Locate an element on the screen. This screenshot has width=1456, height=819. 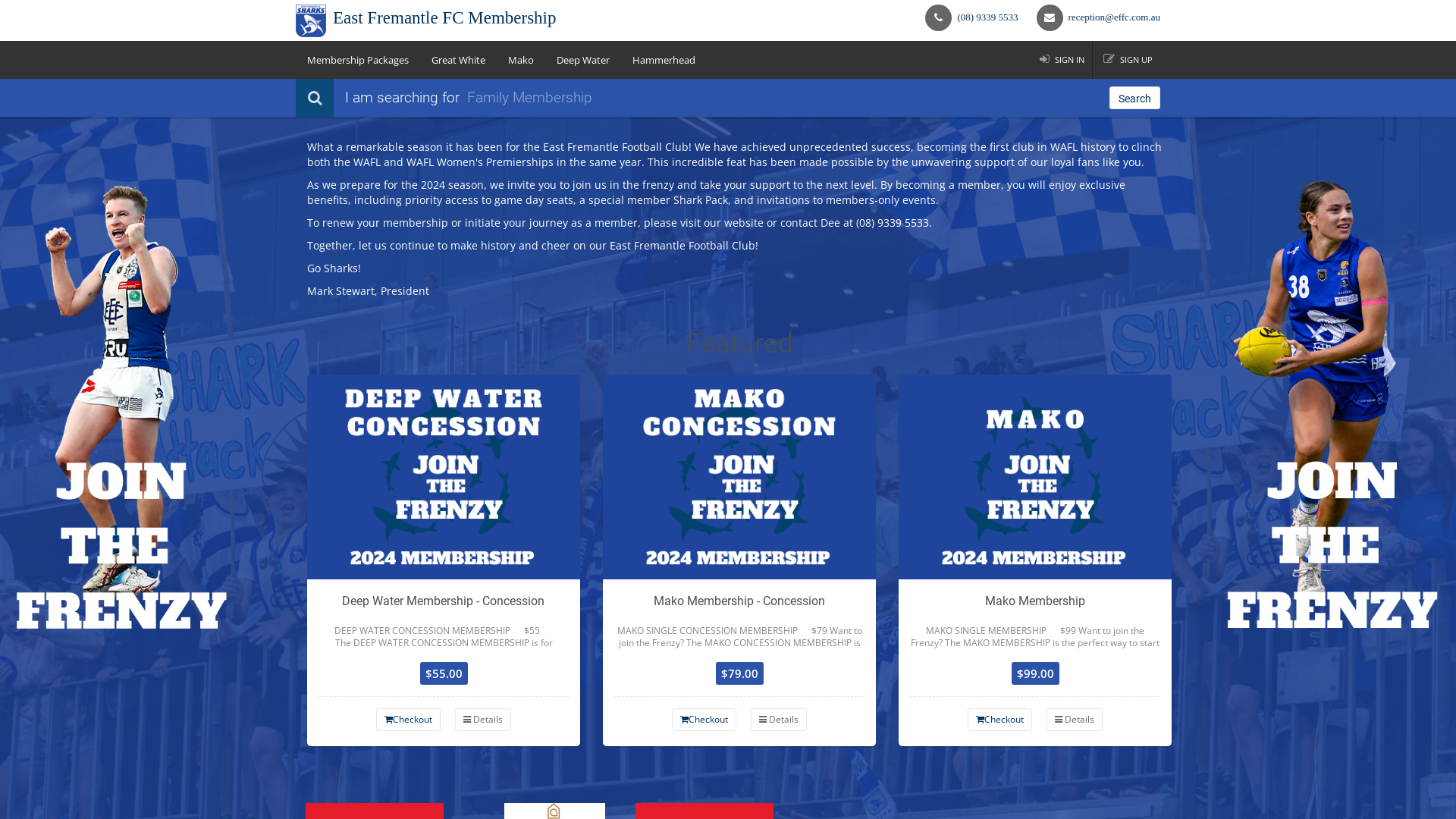
'East Fremantle FC Membership Logo' is located at coordinates (309, 20).